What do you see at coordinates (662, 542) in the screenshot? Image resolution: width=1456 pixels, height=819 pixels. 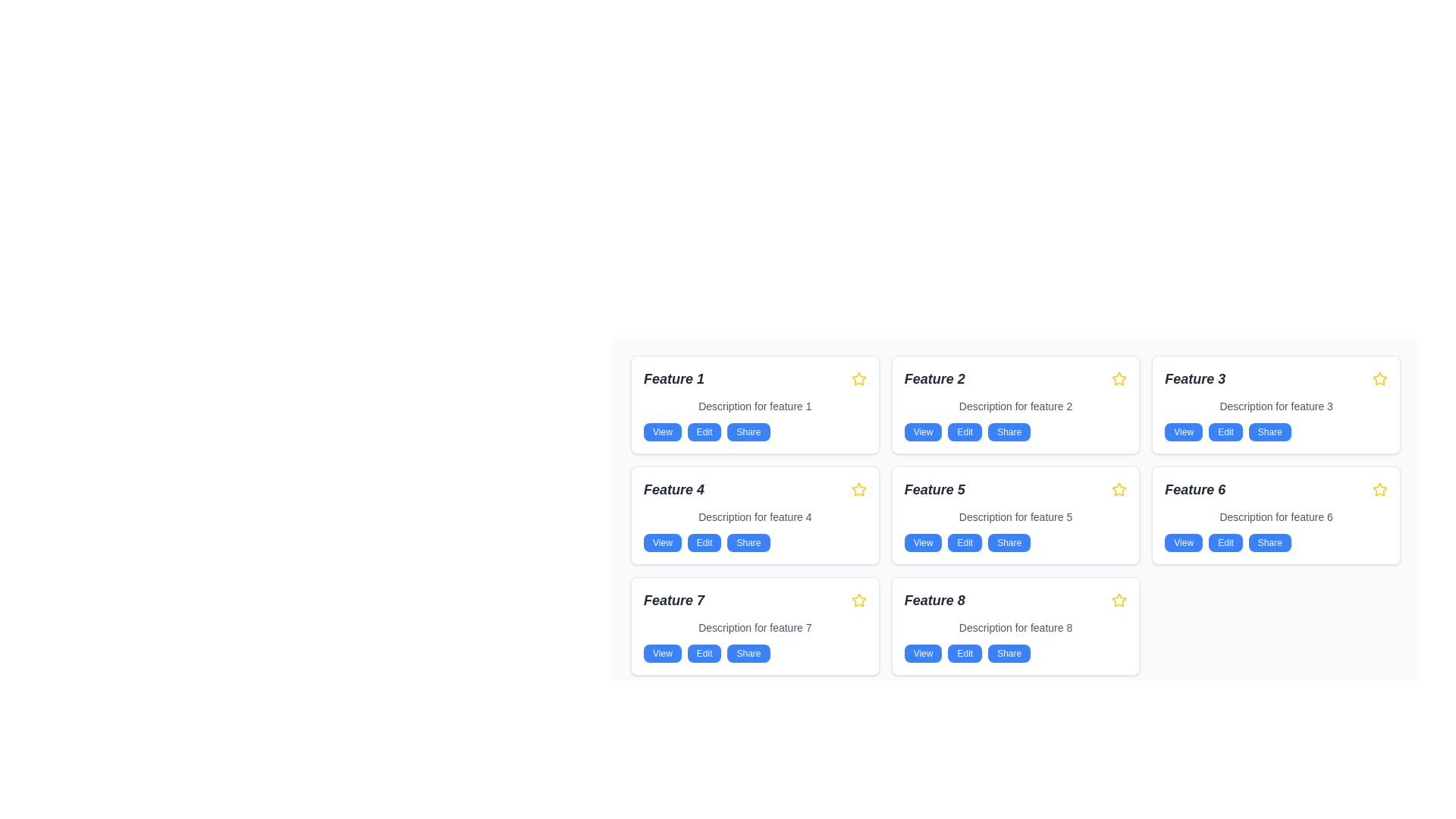 I see `the 'View' button located on the 'Feature 4' card in the second column of the second row, which is the first button in a row of three buttons labeled 'View,' 'Edit,' and 'Share.'` at bounding box center [662, 542].